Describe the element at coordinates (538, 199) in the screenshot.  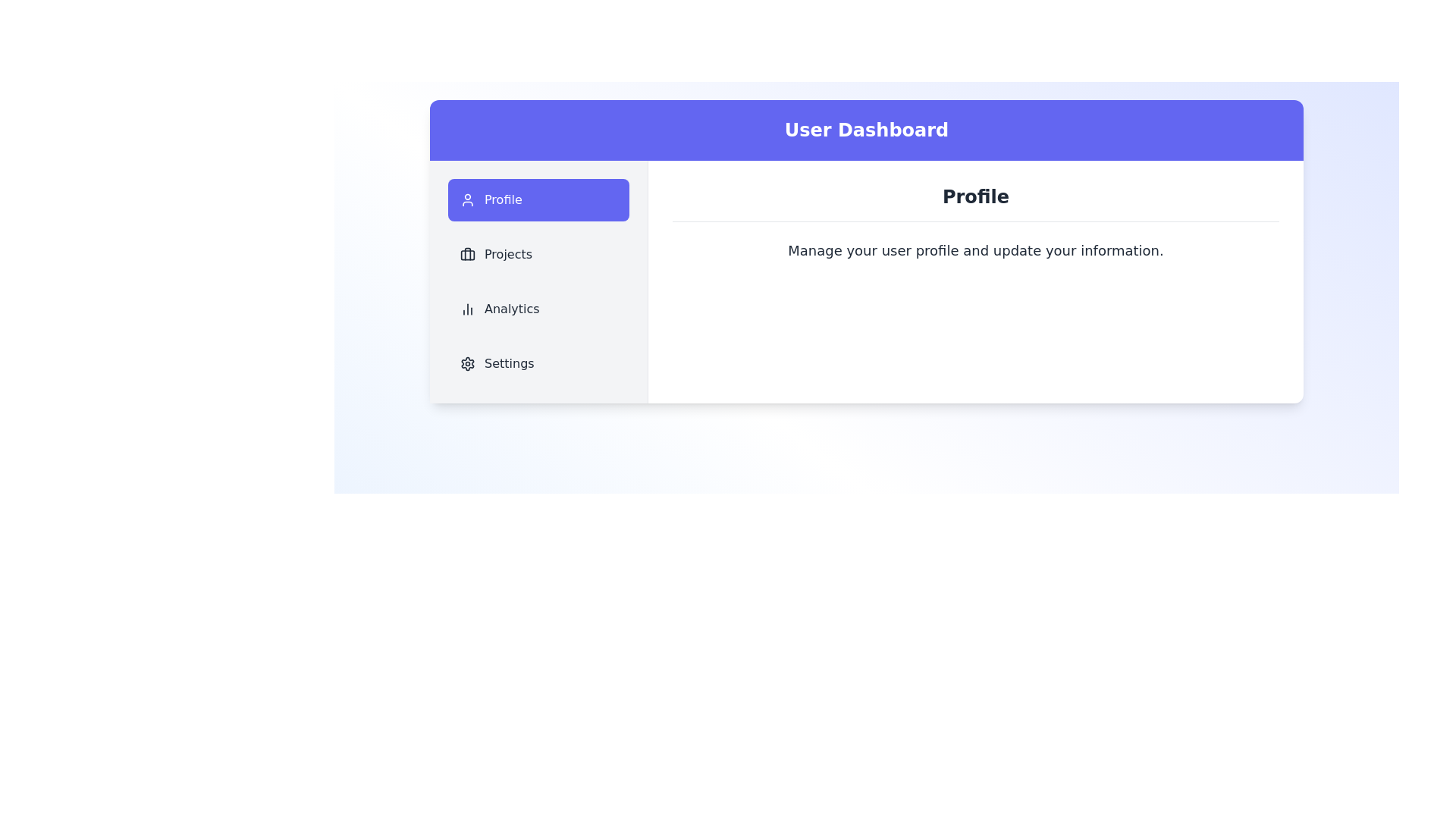
I see `the Profile tab in the sidebar` at that location.